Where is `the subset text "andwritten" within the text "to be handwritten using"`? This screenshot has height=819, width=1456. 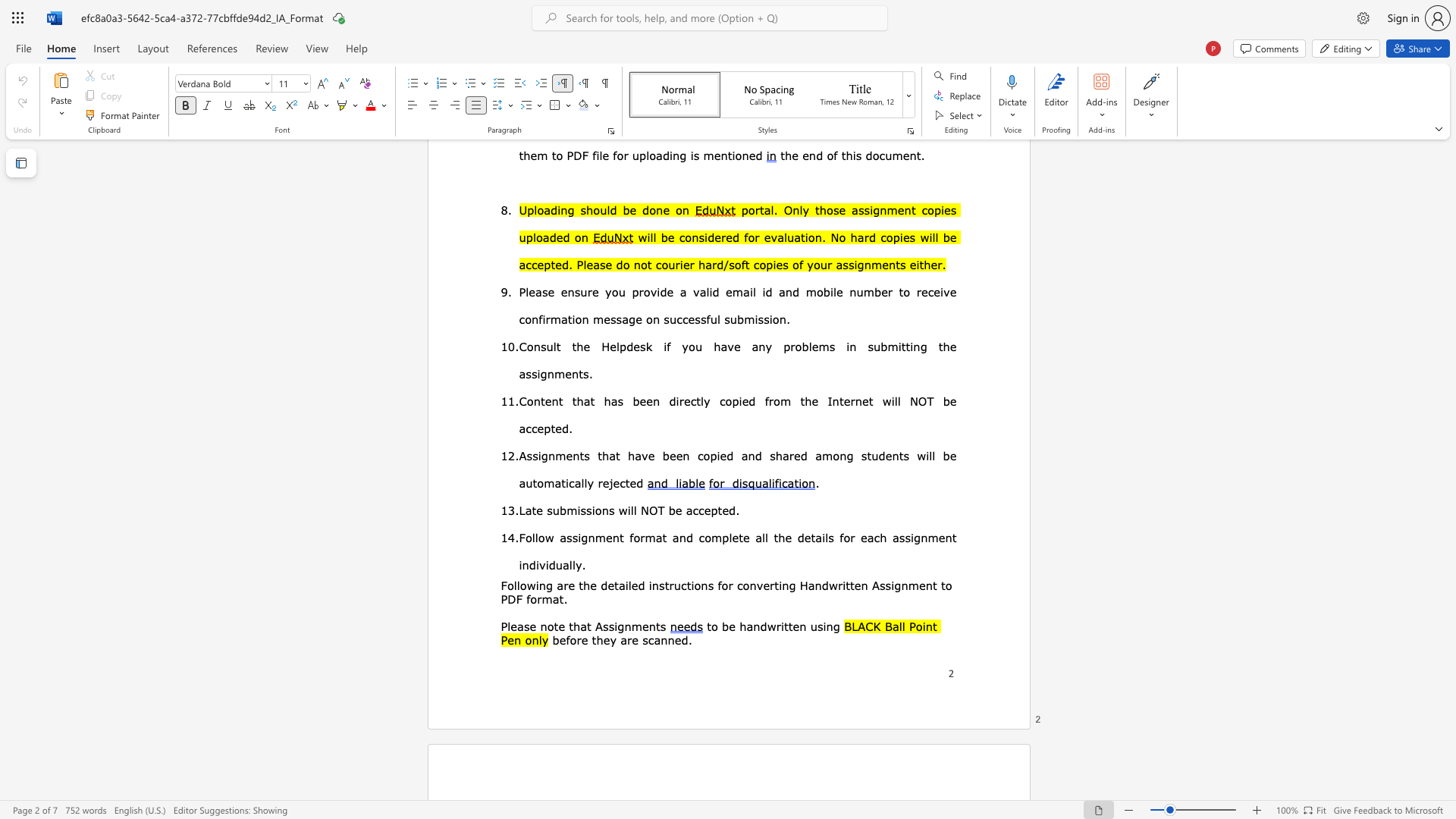
the subset text "andwritten" within the text "to be handwritten using" is located at coordinates (746, 626).